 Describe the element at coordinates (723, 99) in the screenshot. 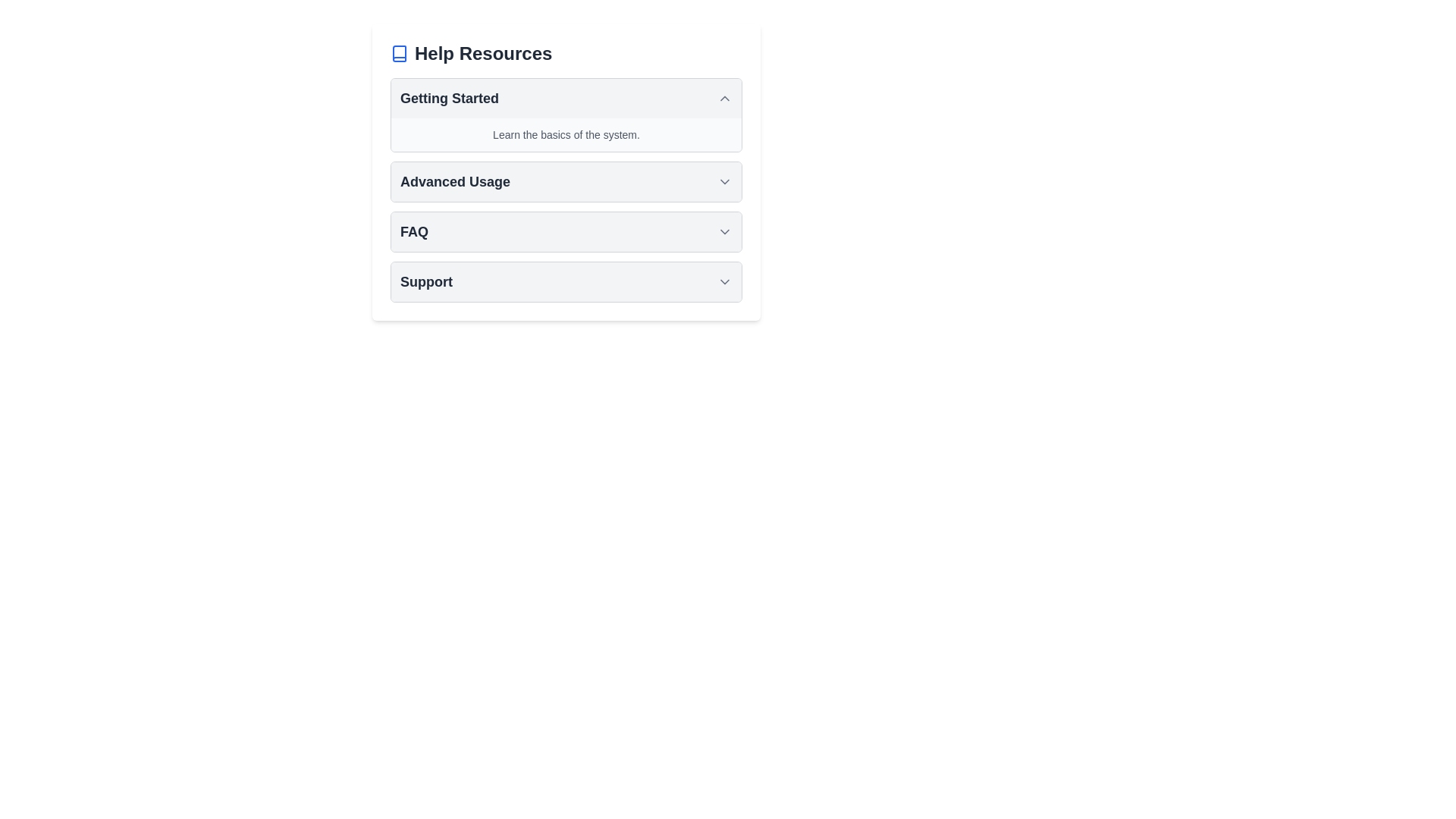

I see `the small, gray, upward-pointing chevron icon located to the far right of the 'Getting Started' row` at that location.